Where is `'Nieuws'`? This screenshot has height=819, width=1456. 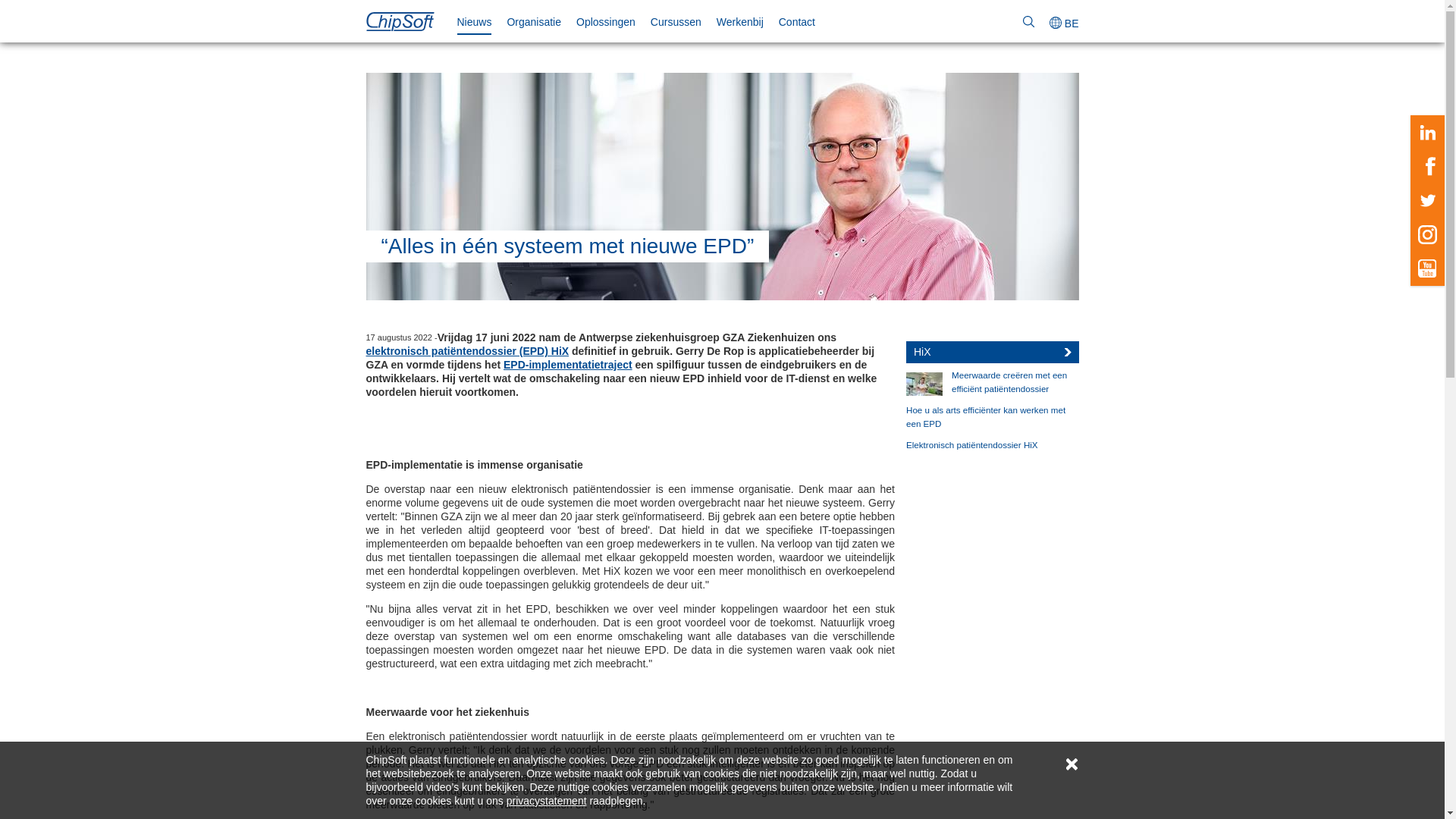 'Nieuws' is located at coordinates (472, 23).